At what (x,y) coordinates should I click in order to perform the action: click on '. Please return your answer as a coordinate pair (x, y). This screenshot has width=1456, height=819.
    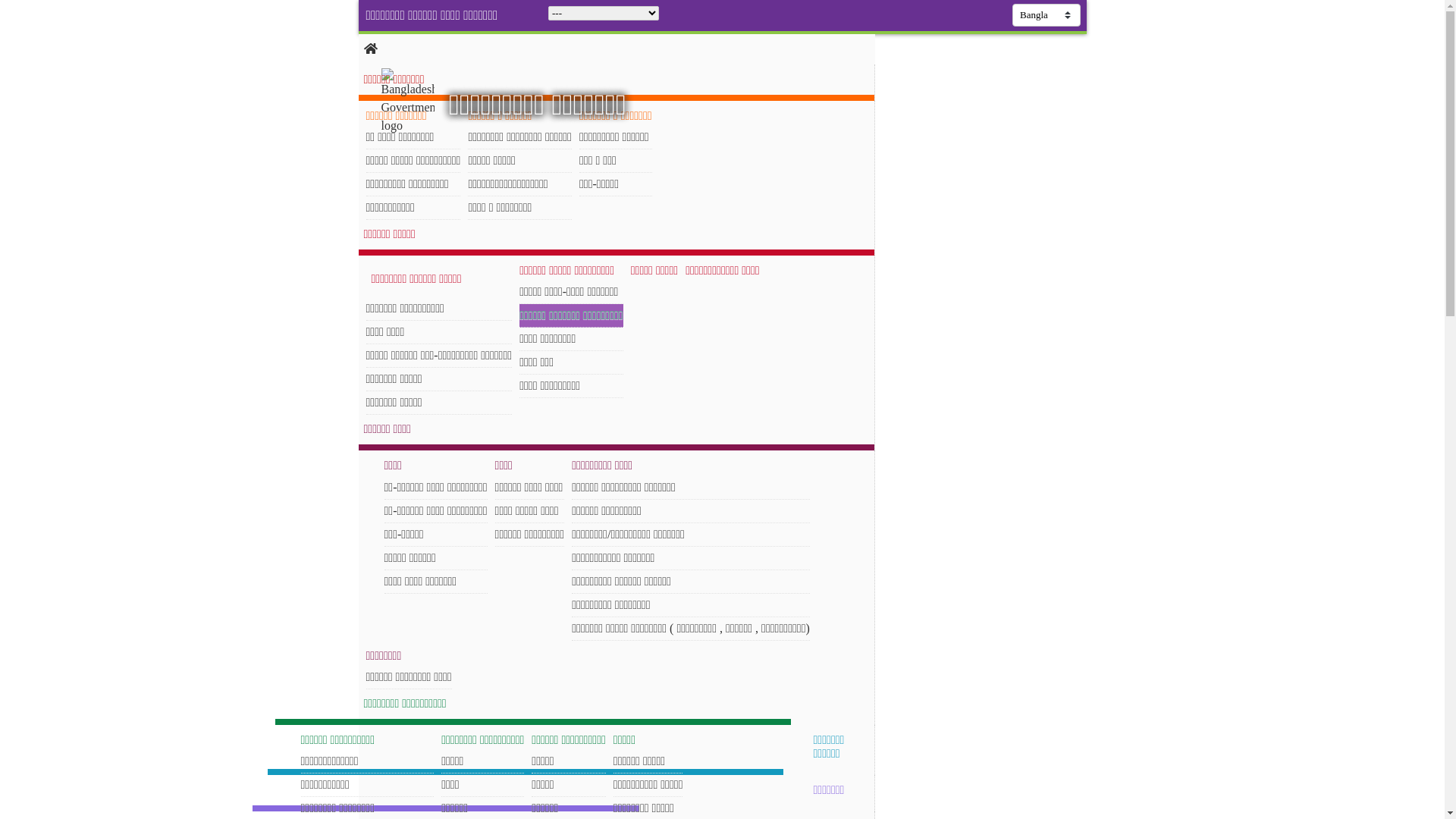
    Looking at the image, I should click on (381, 102).